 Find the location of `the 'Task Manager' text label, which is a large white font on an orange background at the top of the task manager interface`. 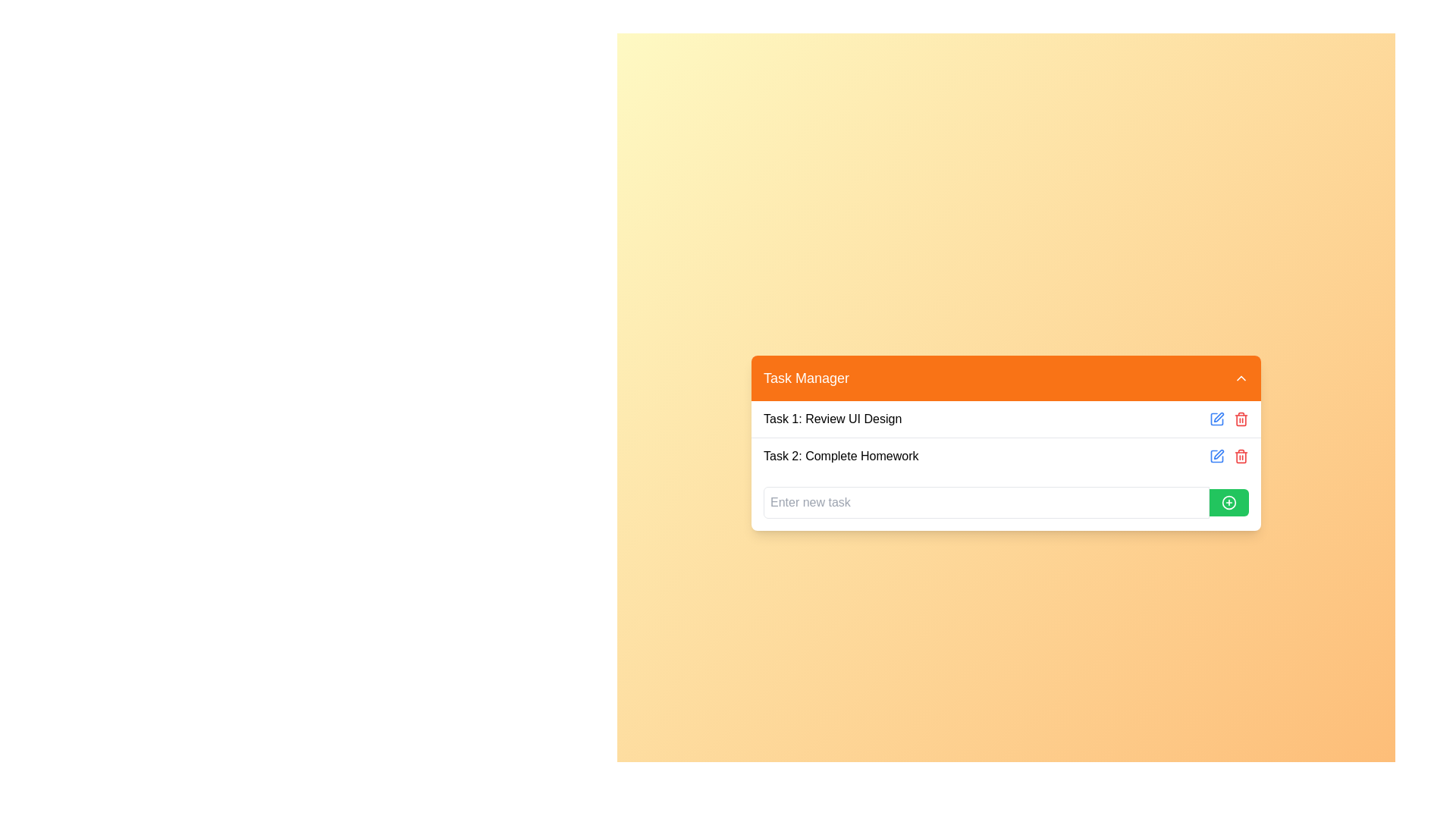

the 'Task Manager' text label, which is a large white font on an orange background at the top of the task manager interface is located at coordinates (805, 377).